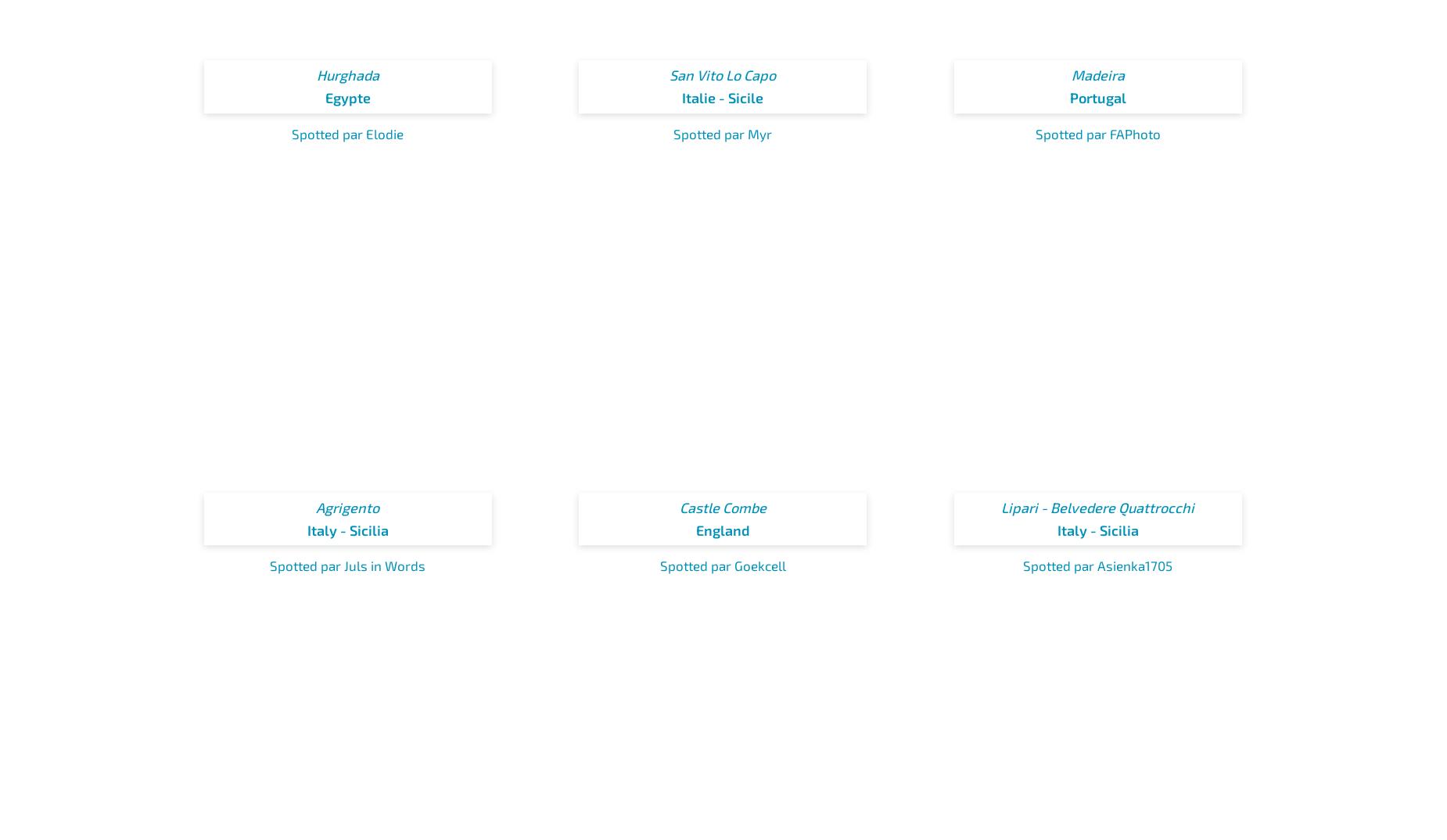 This screenshot has height=840, width=1447. I want to click on 'Egypte', so click(346, 97).